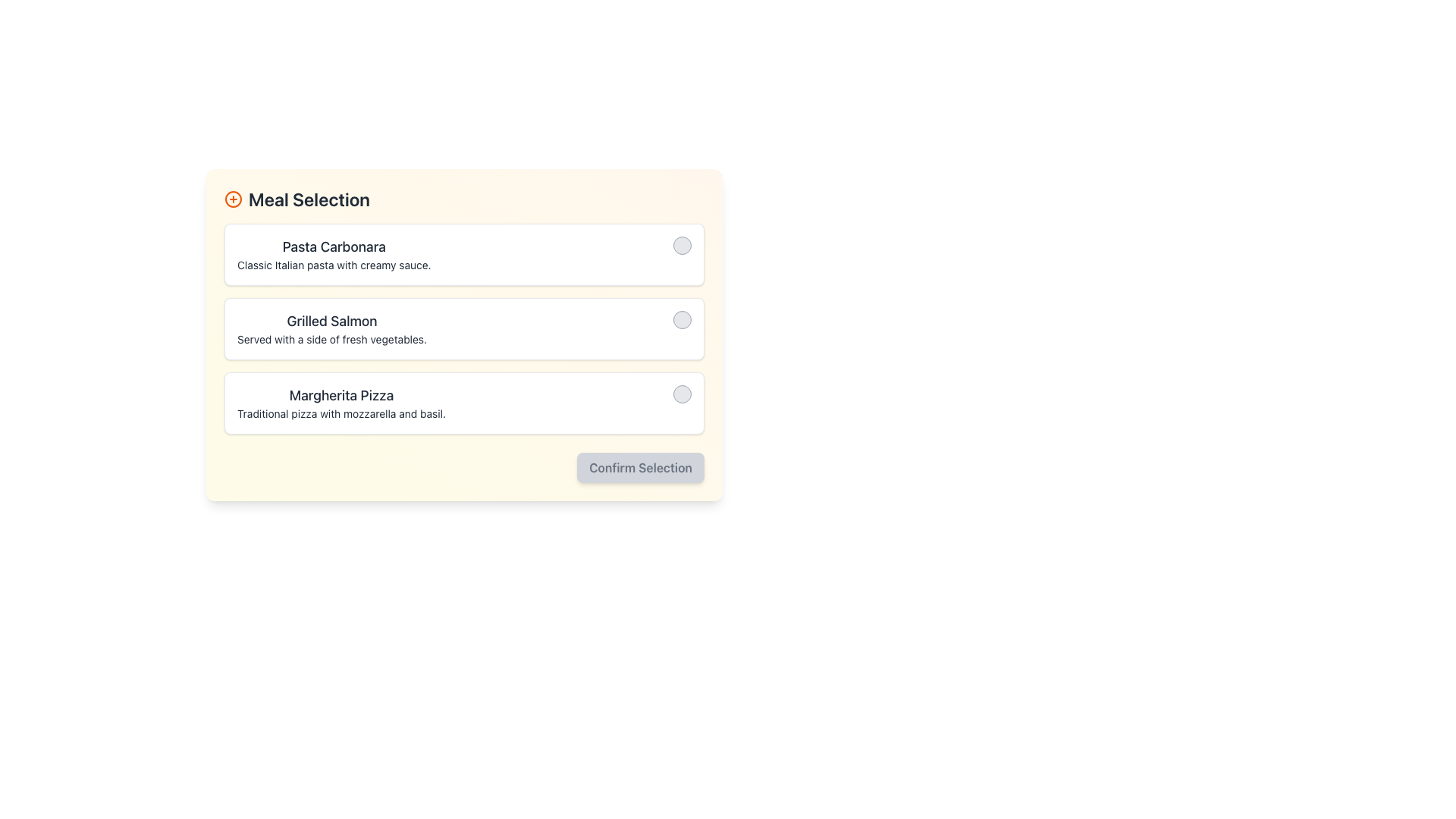 The width and height of the screenshot is (1456, 819). Describe the element at coordinates (331, 338) in the screenshot. I see `the static text element displaying 'Served with a side of fresh vegetables.' located below the 'Grilled Salmon' title in the menu section` at that location.